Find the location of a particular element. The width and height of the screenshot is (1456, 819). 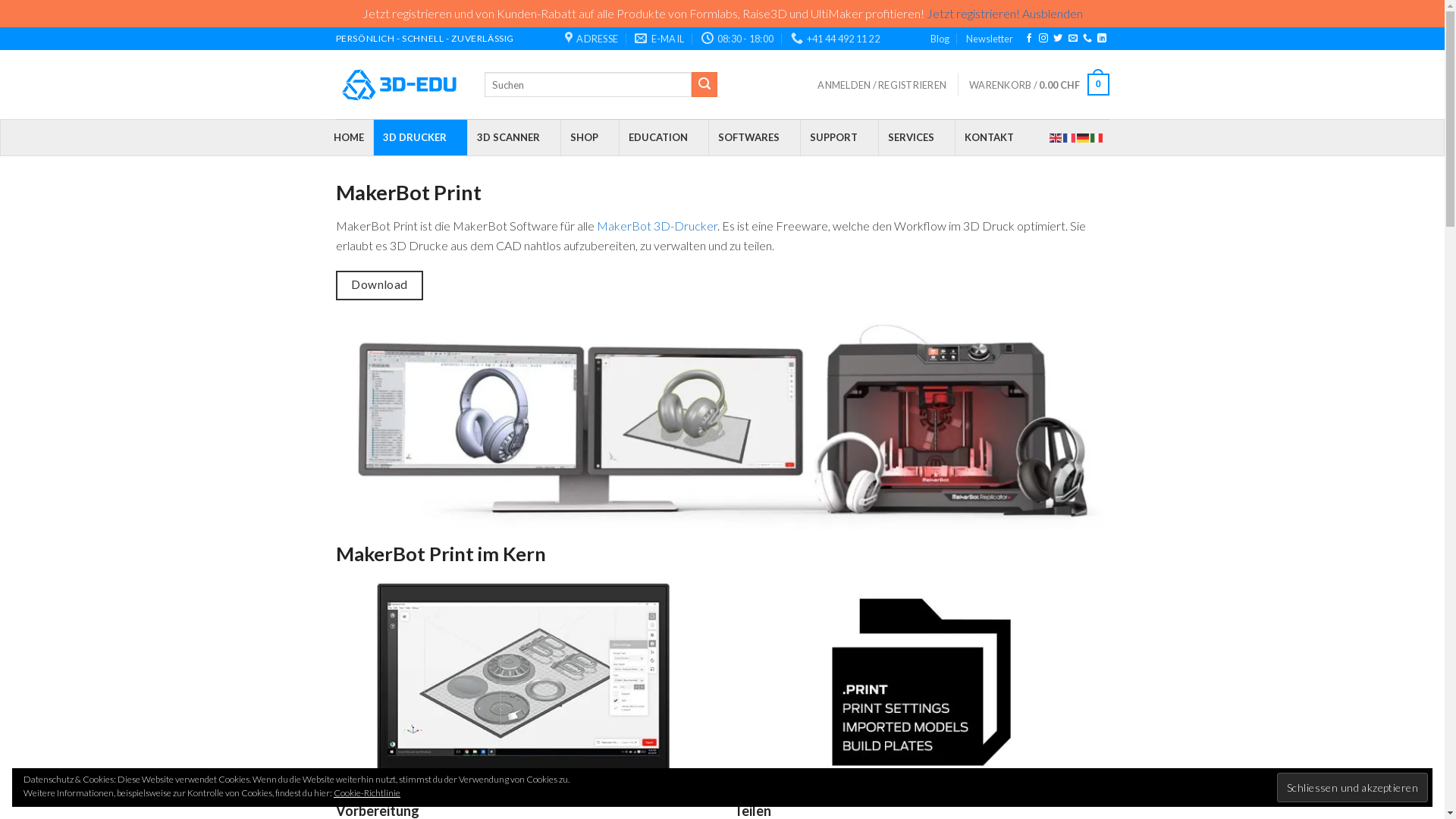

'WARENKORB / 0.00 CHF is located at coordinates (1037, 84).